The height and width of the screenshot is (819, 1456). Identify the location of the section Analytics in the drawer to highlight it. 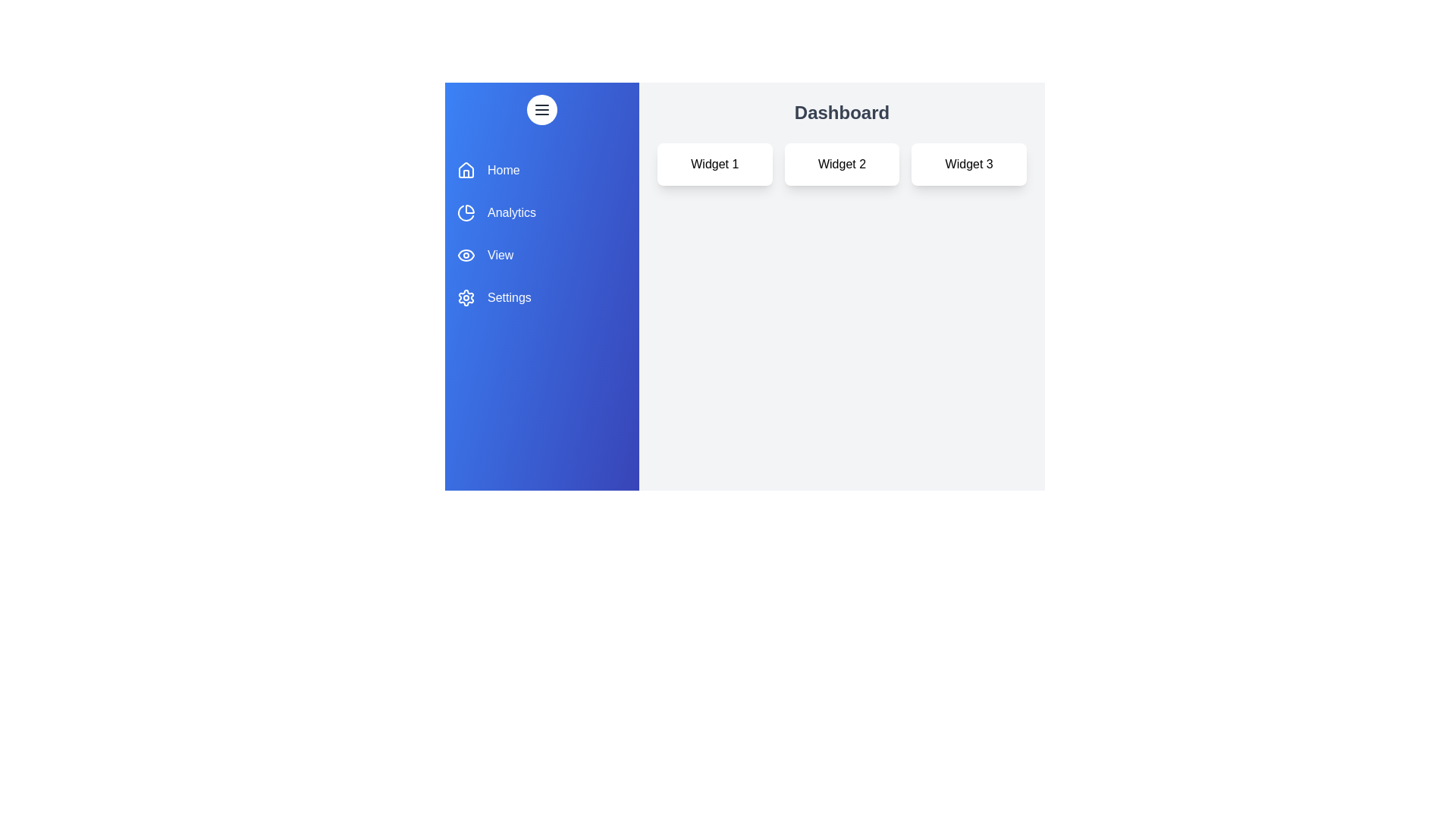
(542, 213).